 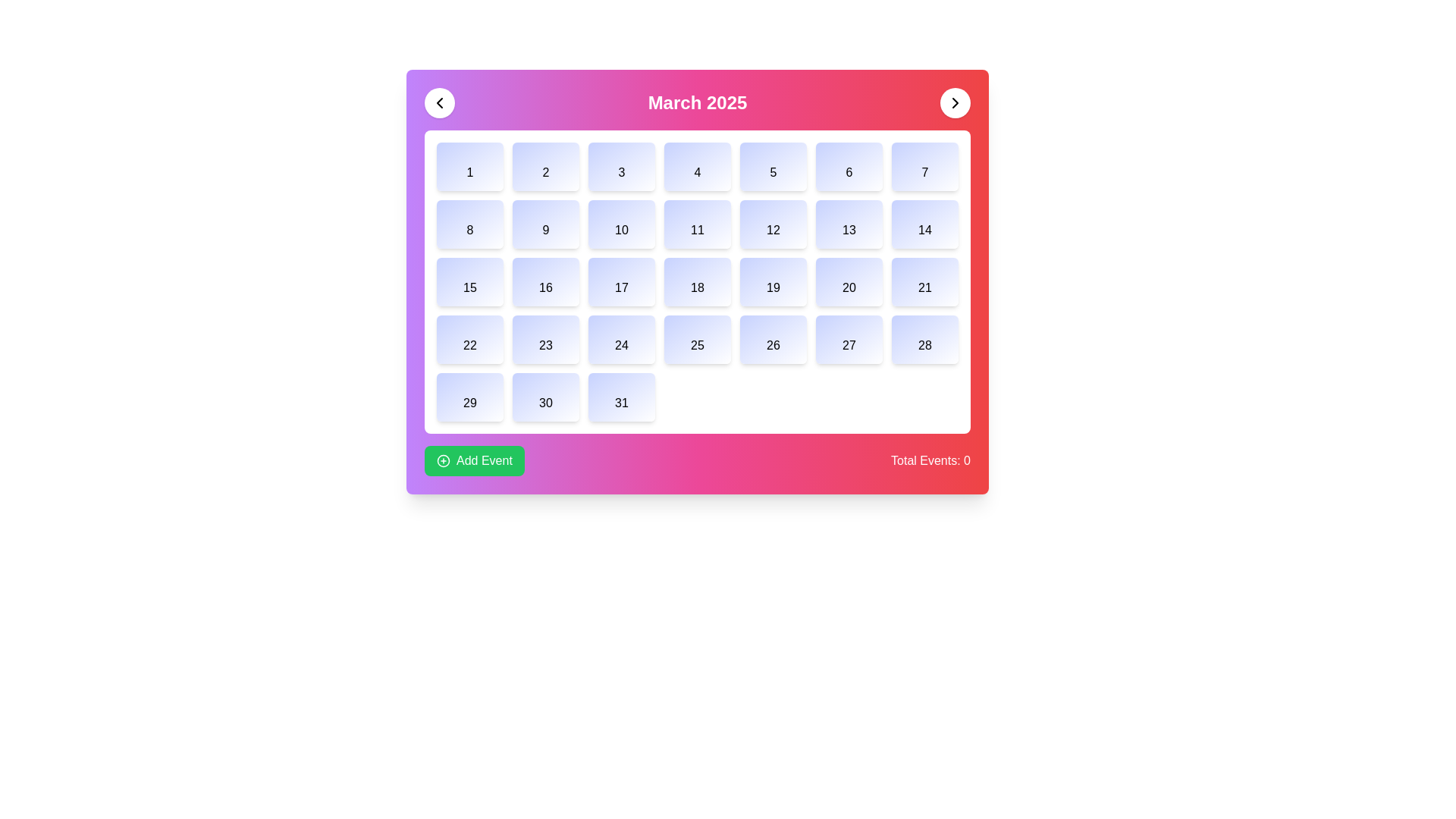 What do you see at coordinates (697, 338) in the screenshot?
I see `the rectangular button with a gradient background displaying the number '25', located in the fourth row and fourth column of the grid layout` at bounding box center [697, 338].